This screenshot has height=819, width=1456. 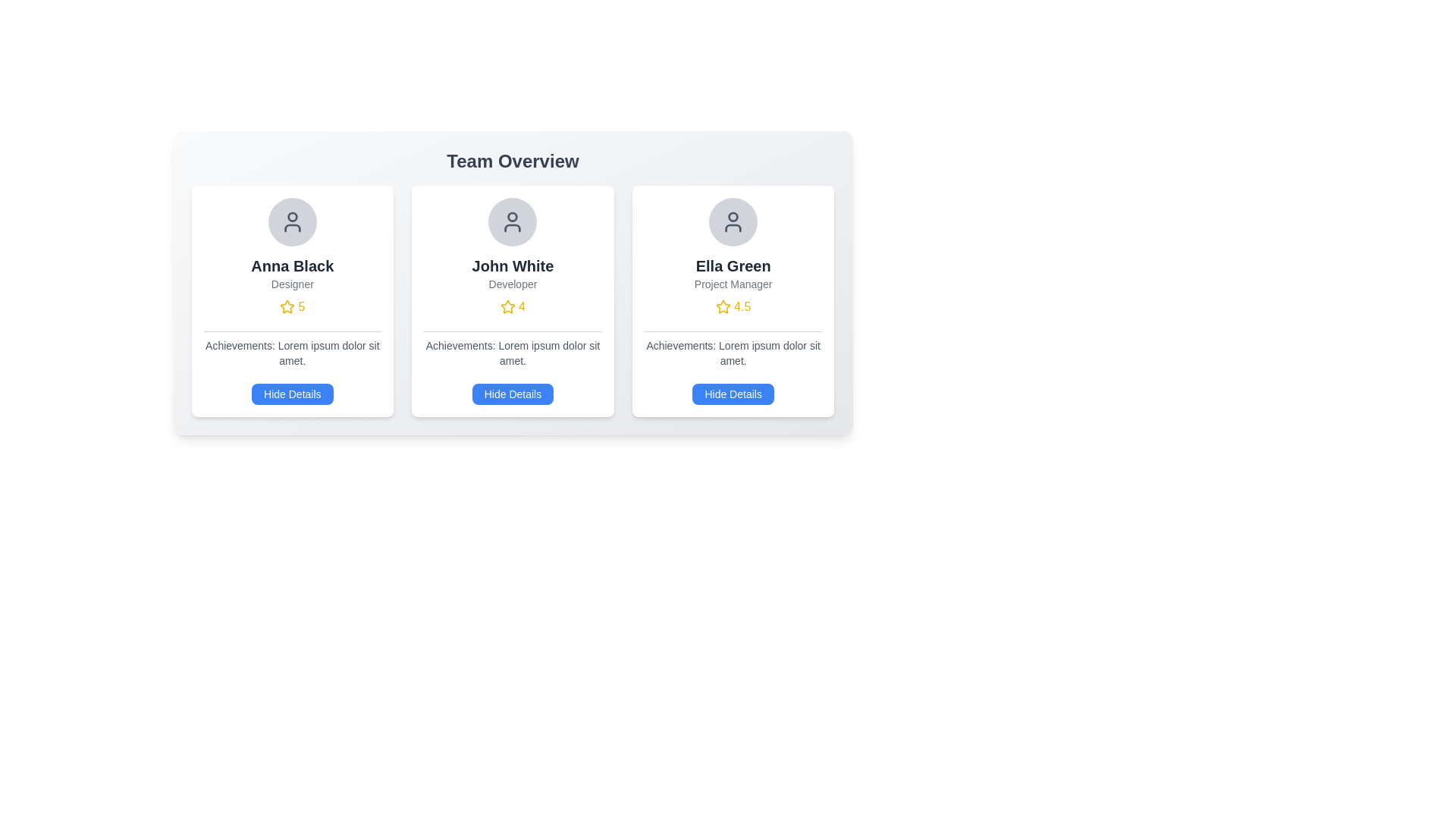 I want to click on the yellow star icon representing a rating system, located to the left of the numerical value '4' in the rating display for John White's card, so click(x=508, y=307).